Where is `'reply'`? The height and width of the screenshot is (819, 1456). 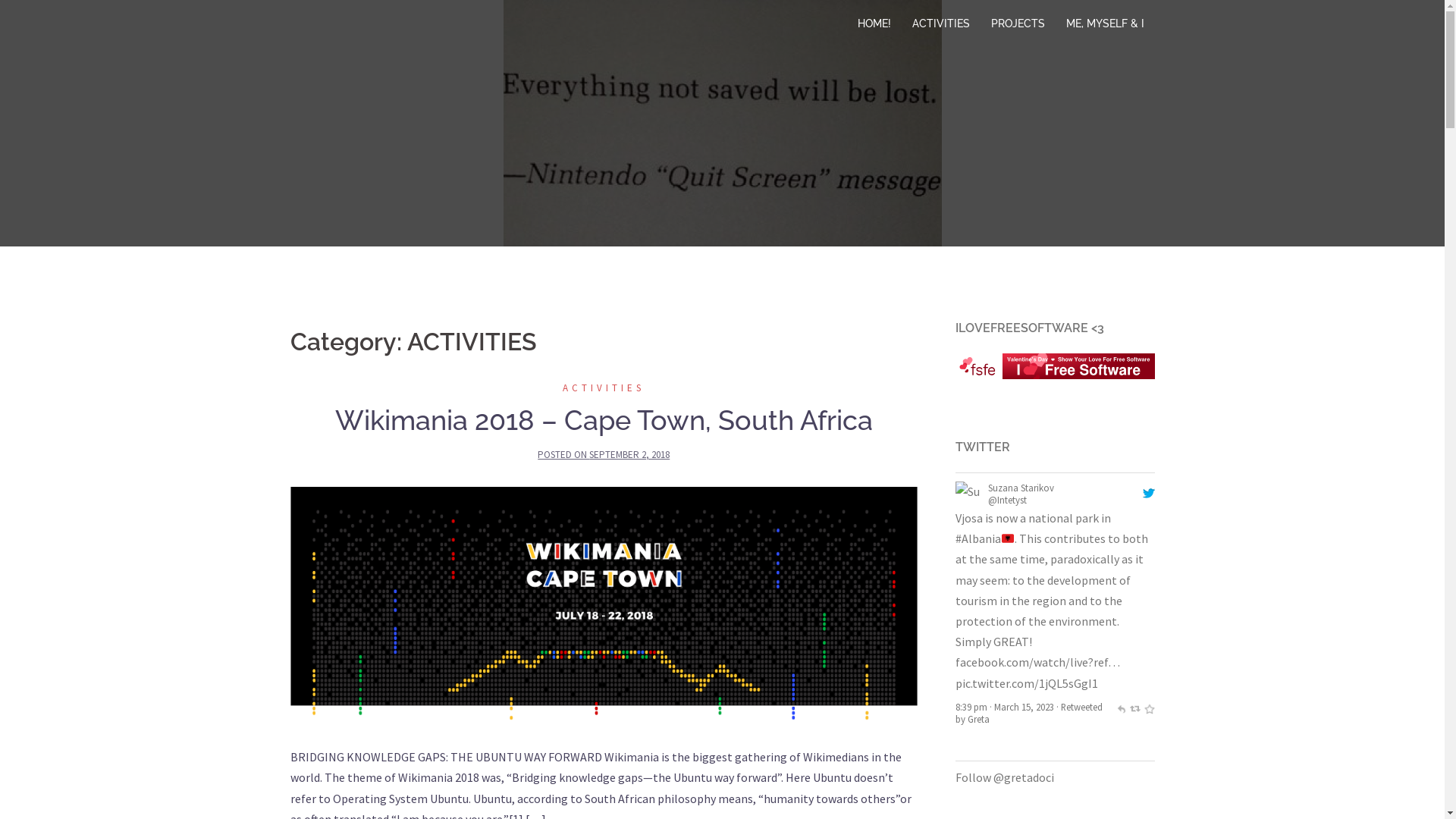
'reply' is located at coordinates (1121, 707).